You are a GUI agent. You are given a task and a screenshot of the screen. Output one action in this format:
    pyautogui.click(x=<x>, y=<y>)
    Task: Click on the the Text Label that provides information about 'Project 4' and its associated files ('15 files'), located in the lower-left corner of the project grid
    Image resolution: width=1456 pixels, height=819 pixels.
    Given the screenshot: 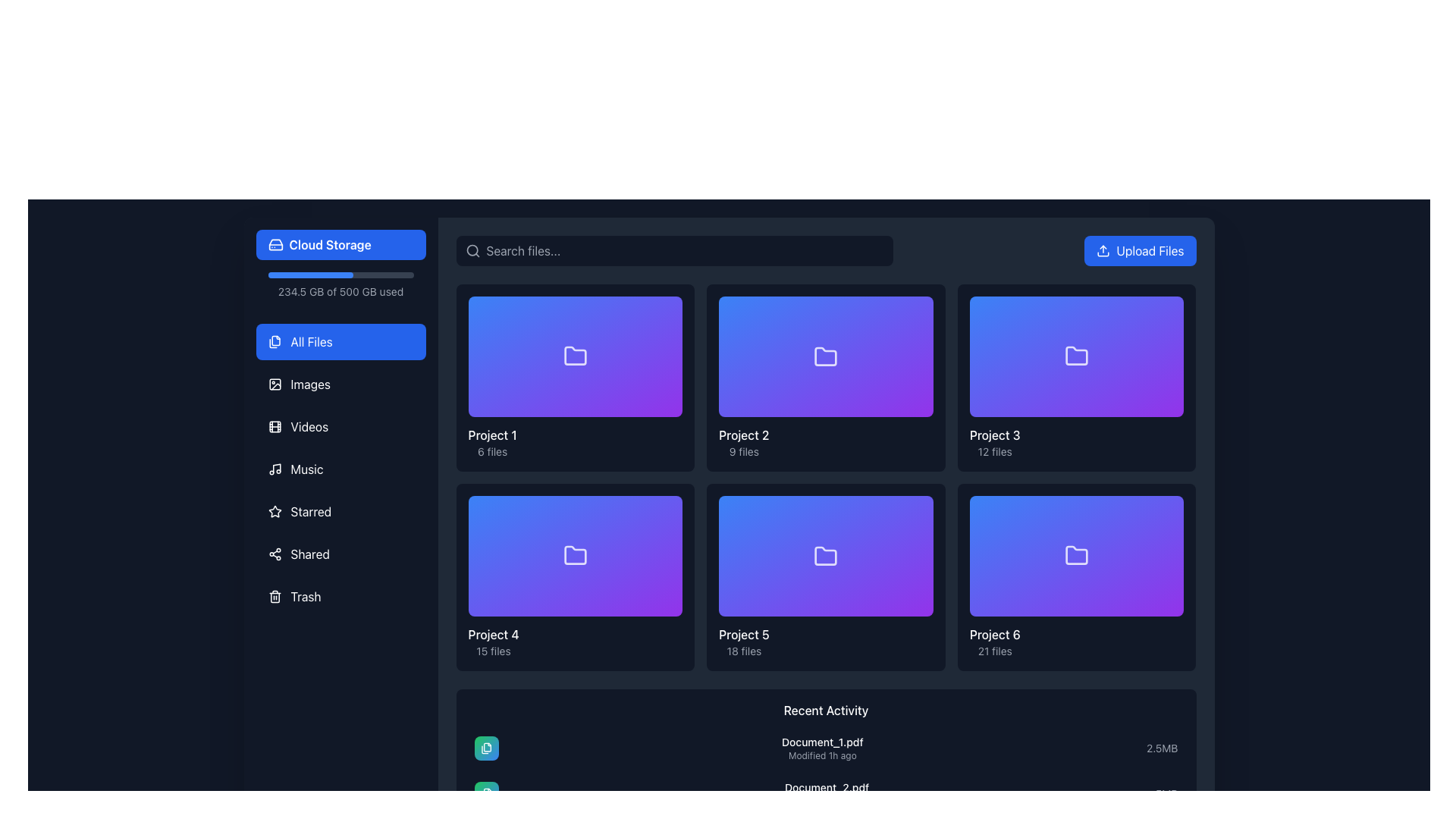 What is the action you would take?
    pyautogui.click(x=494, y=642)
    